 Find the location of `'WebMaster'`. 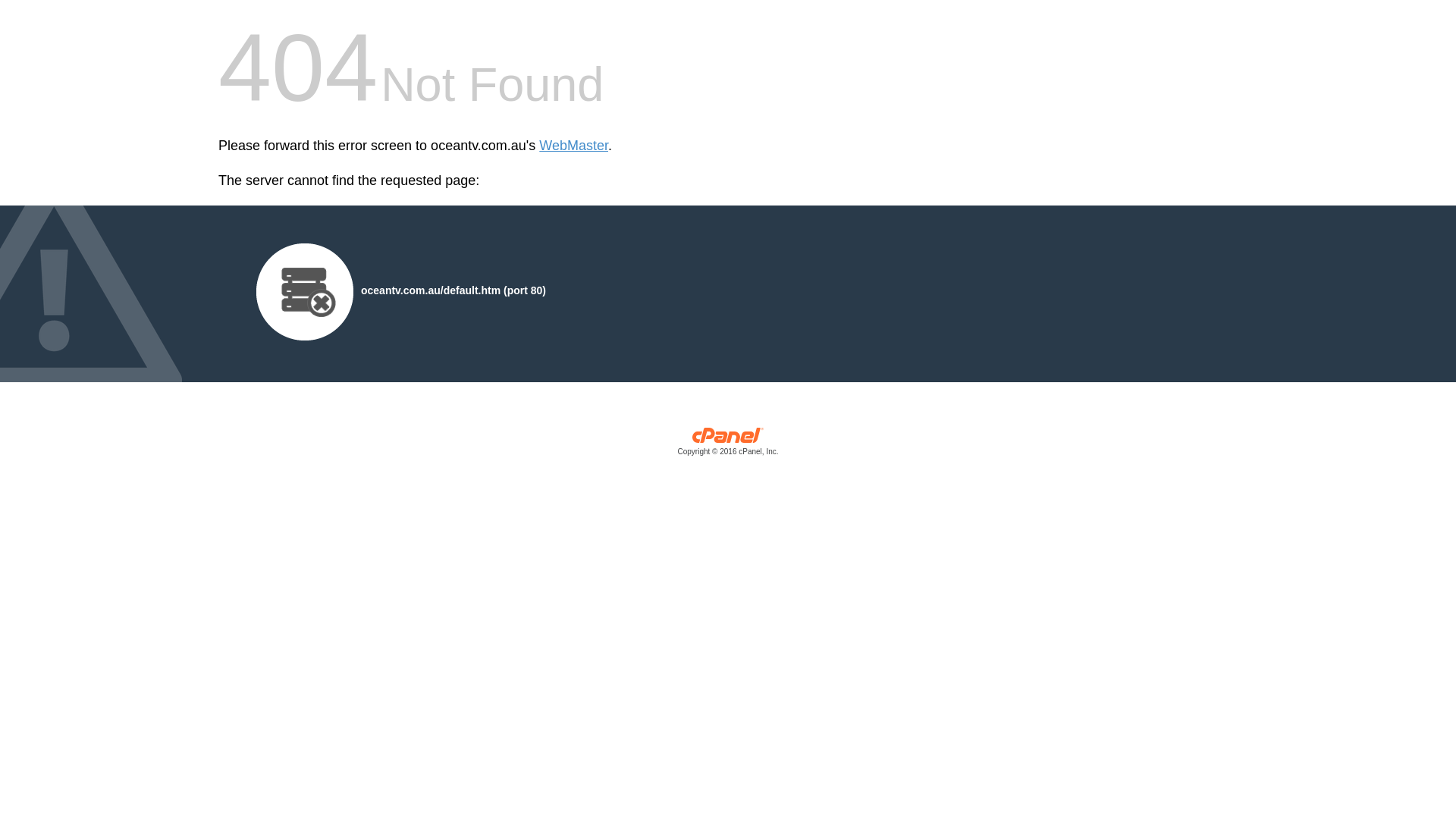

'WebMaster' is located at coordinates (573, 146).